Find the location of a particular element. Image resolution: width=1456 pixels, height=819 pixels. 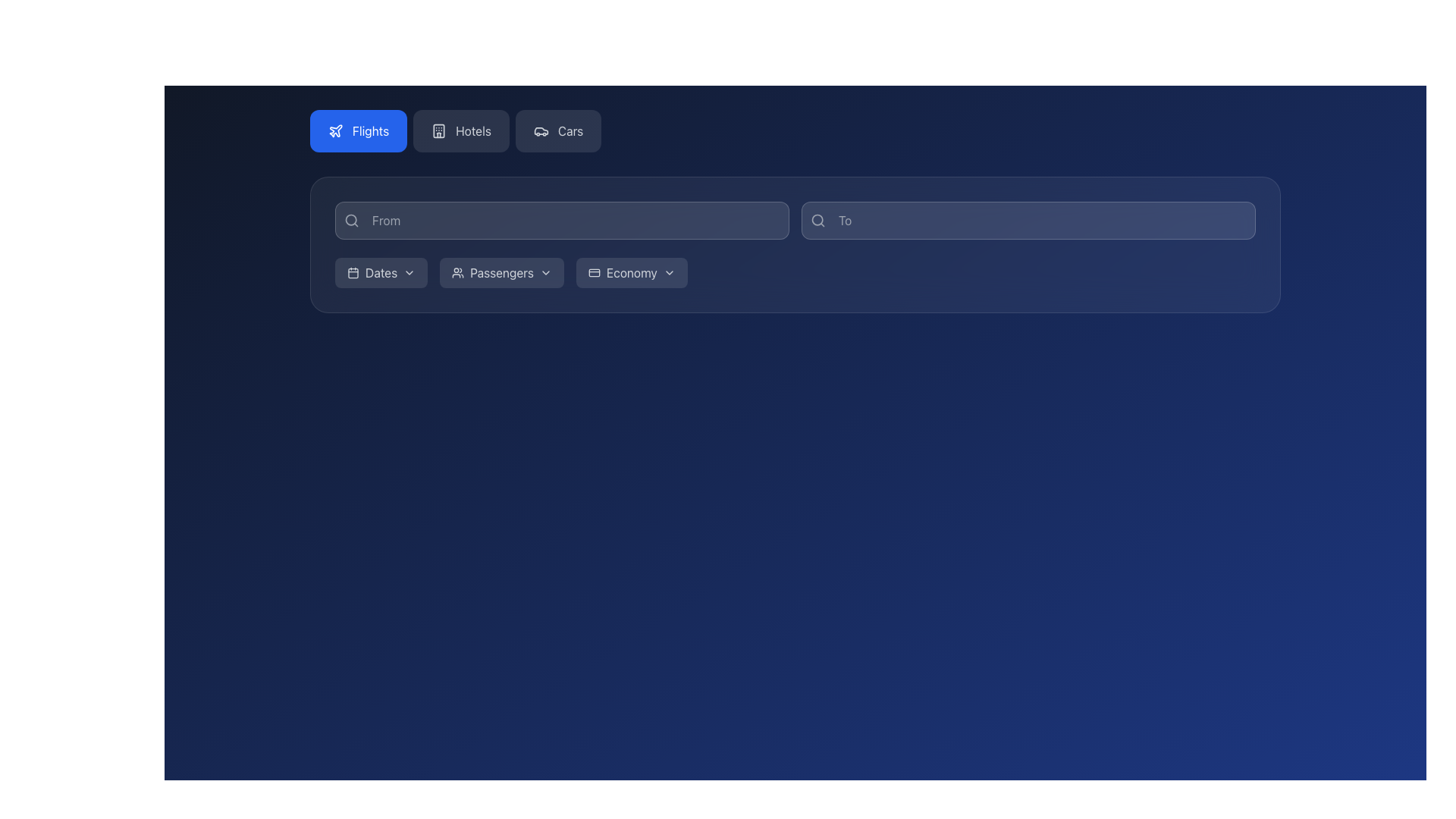

the visual indicator icon for the dropdown menu located at the right end of the 'Passengers' button, aligned horizontally with the label is located at coordinates (546, 271).